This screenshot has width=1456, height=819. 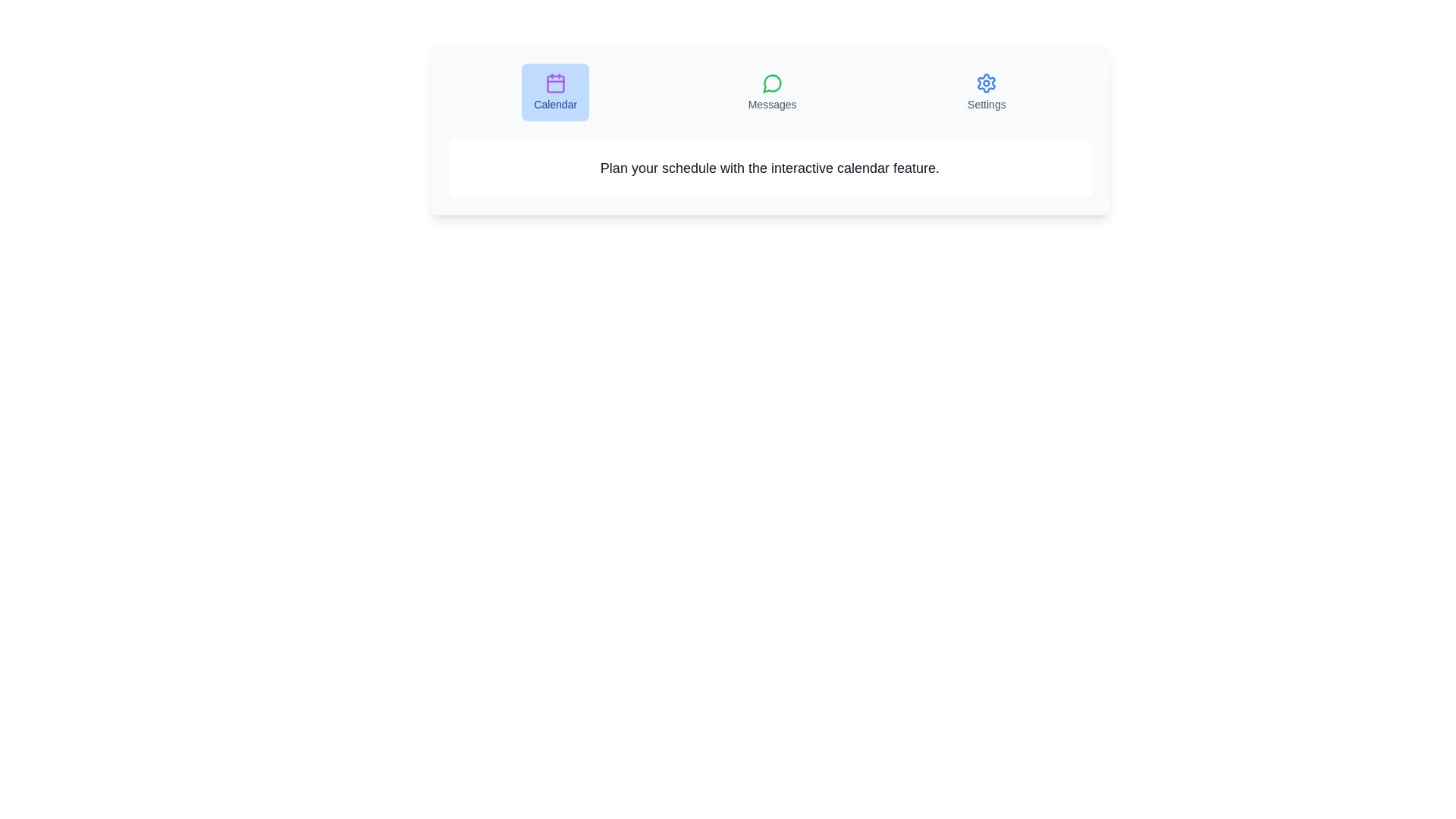 What do you see at coordinates (554, 93) in the screenshot?
I see `the Calendar tab from the available options` at bounding box center [554, 93].